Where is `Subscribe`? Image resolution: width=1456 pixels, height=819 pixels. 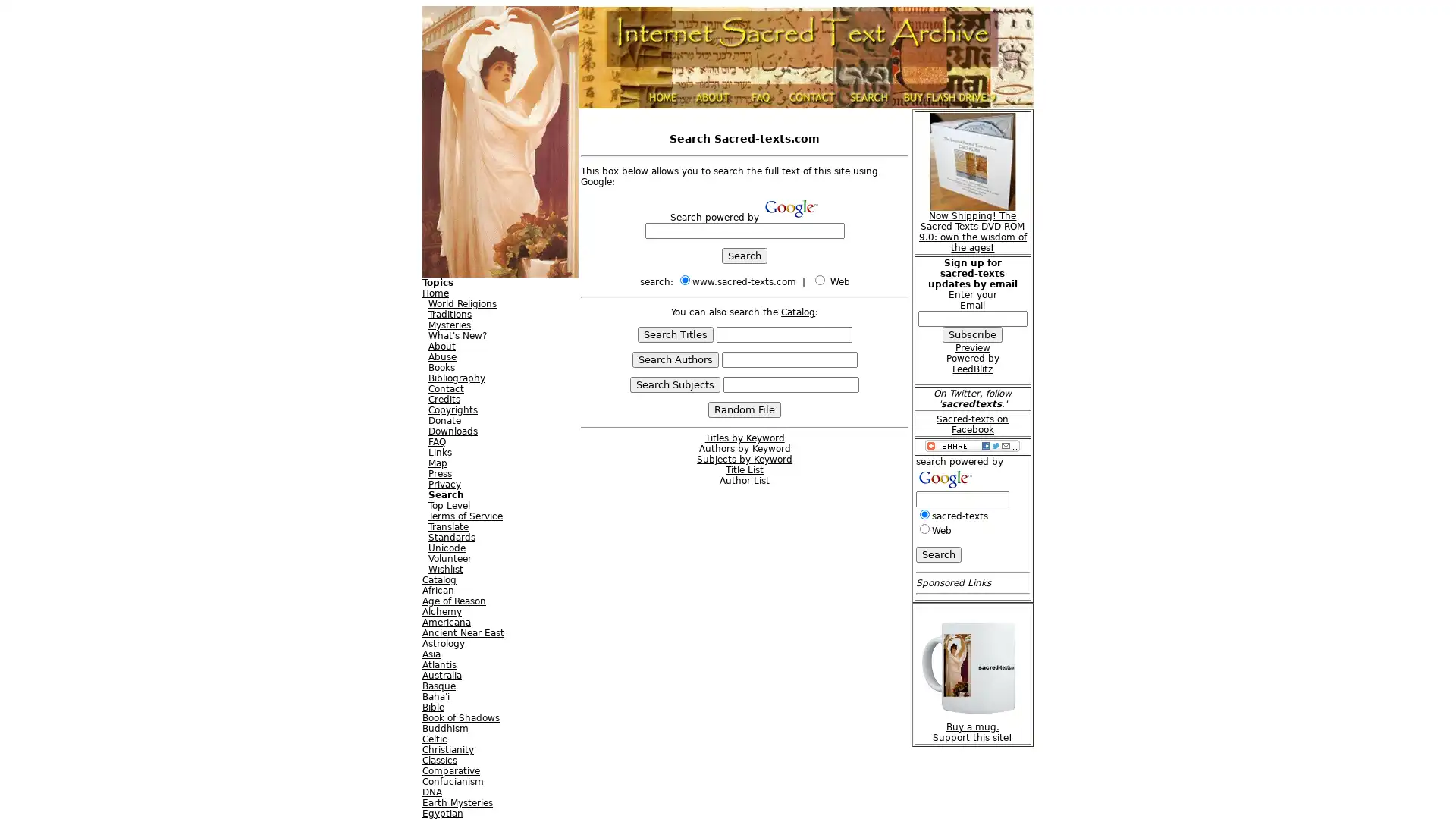 Subscribe is located at coordinates (972, 333).